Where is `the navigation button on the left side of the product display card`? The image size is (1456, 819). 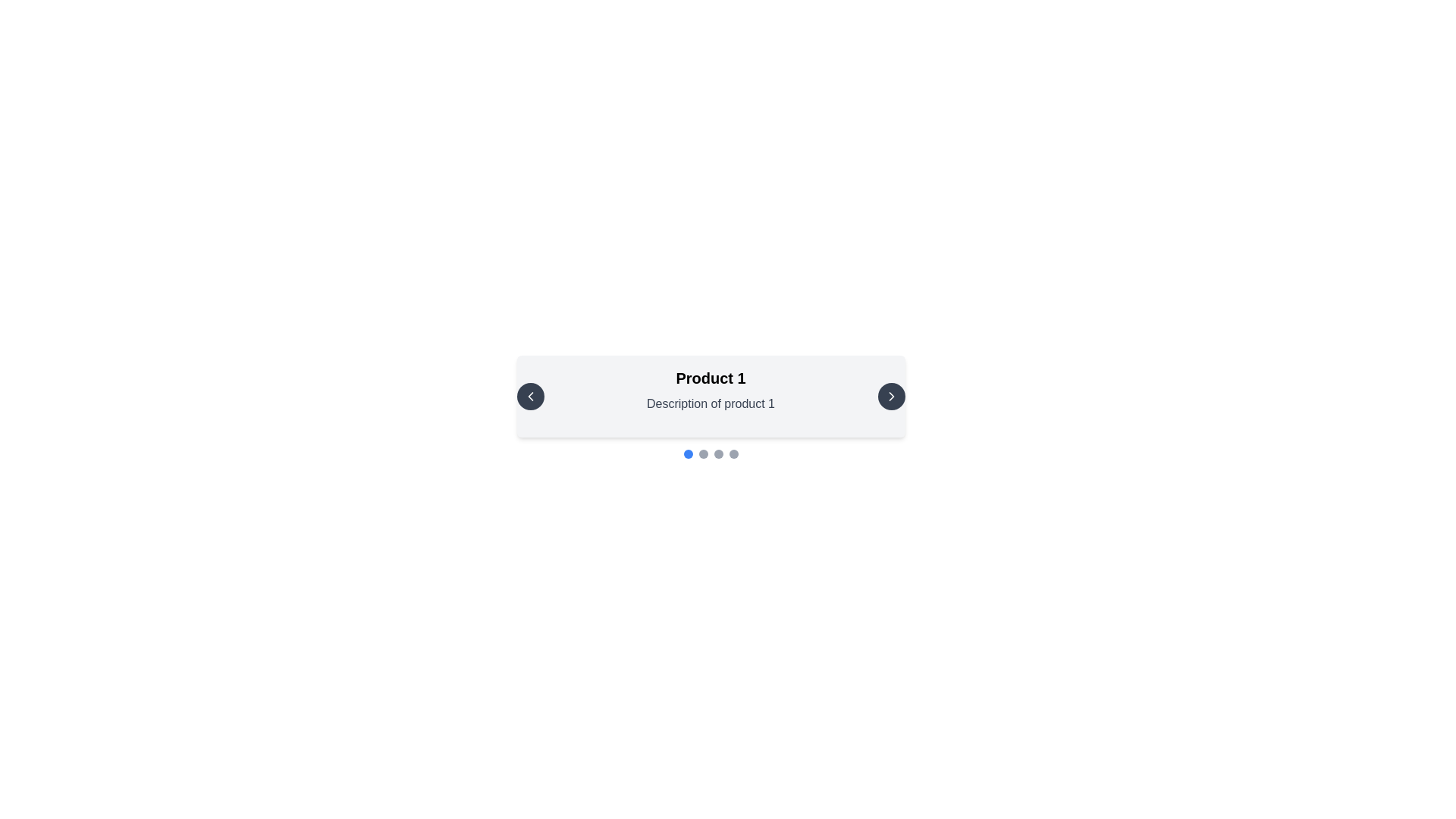
the navigation button on the left side of the product display card is located at coordinates (530, 396).